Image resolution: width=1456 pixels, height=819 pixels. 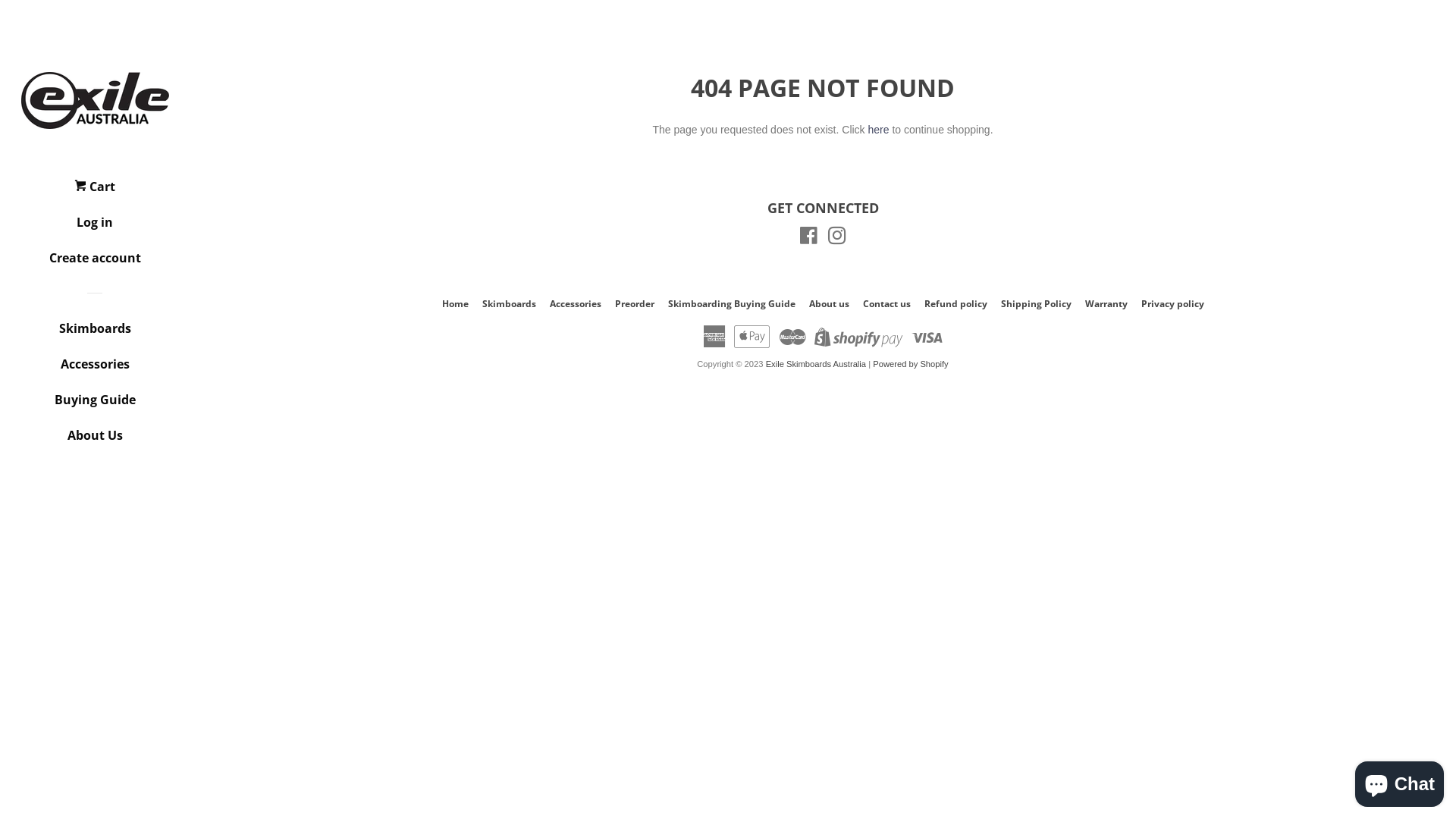 I want to click on 'Buying Guide', so click(x=93, y=404).